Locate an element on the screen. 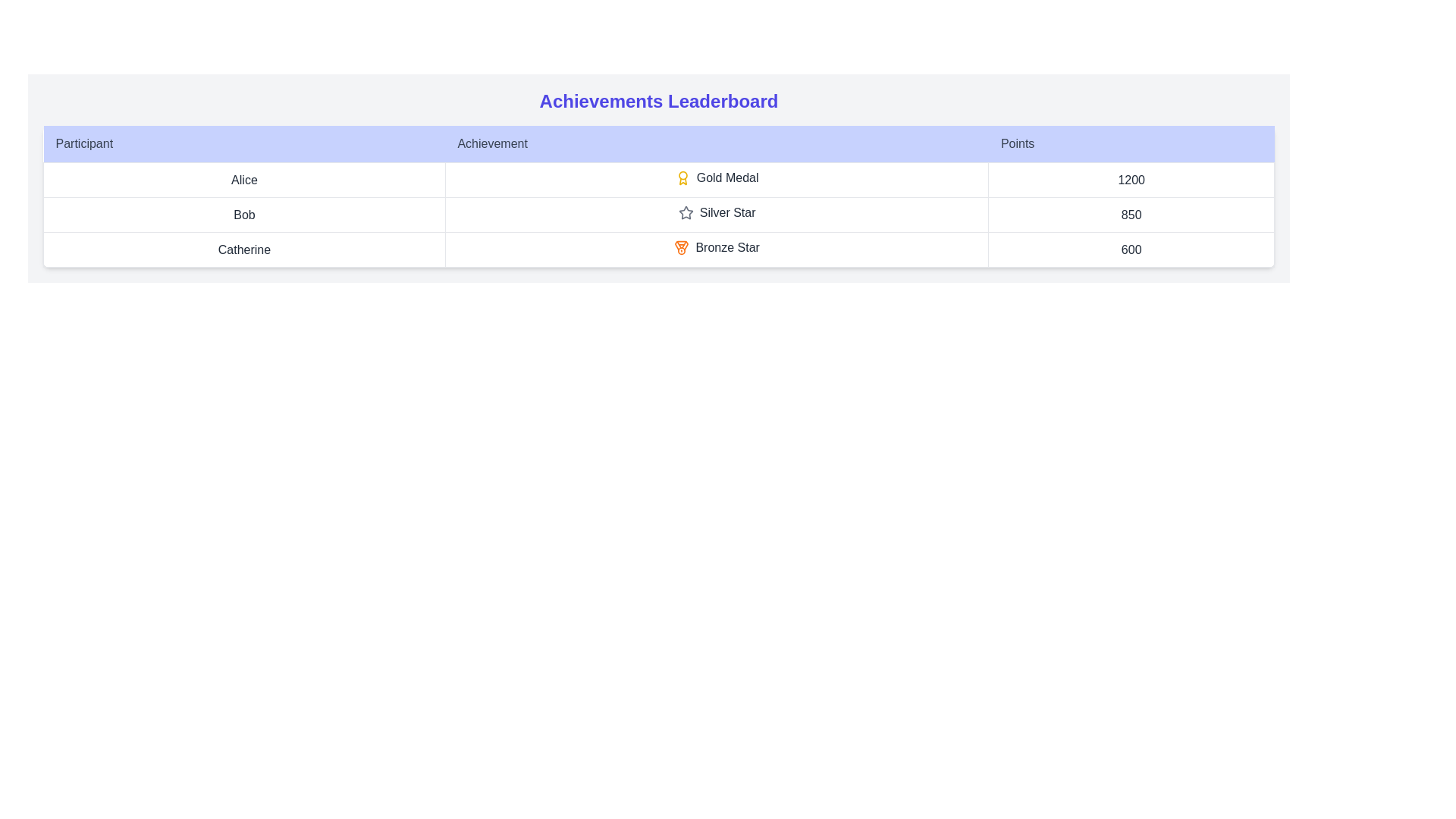  the star-shaped outline icon with a hollow interior, which is light gray and located next to the text 'Silver Star' in the second row of the table under the 'Achievement' column is located at coordinates (685, 213).